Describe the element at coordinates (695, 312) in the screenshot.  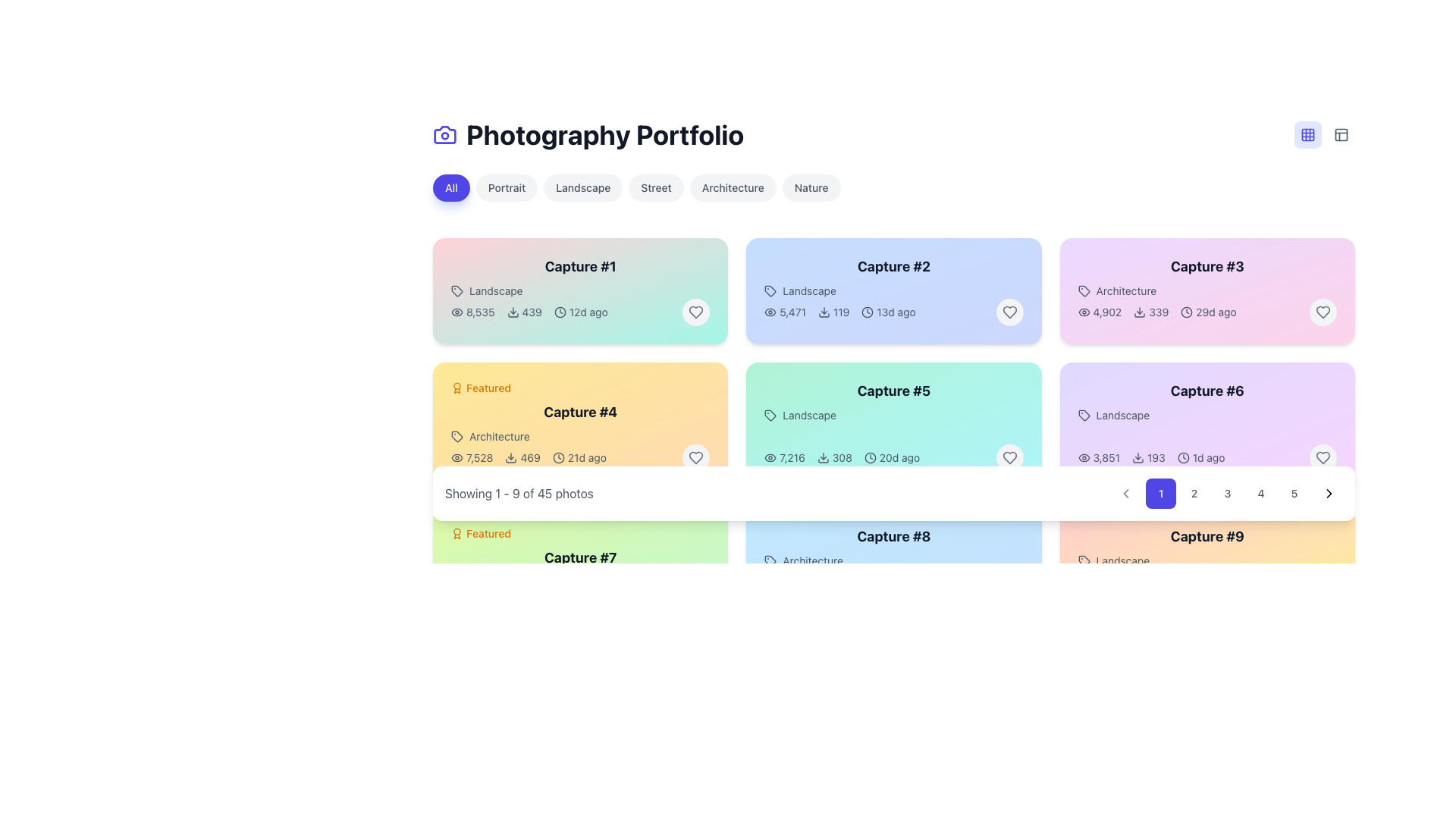
I see `the 'like' button located at the top-right corner of the card labeled 'Capture #1'` at that location.